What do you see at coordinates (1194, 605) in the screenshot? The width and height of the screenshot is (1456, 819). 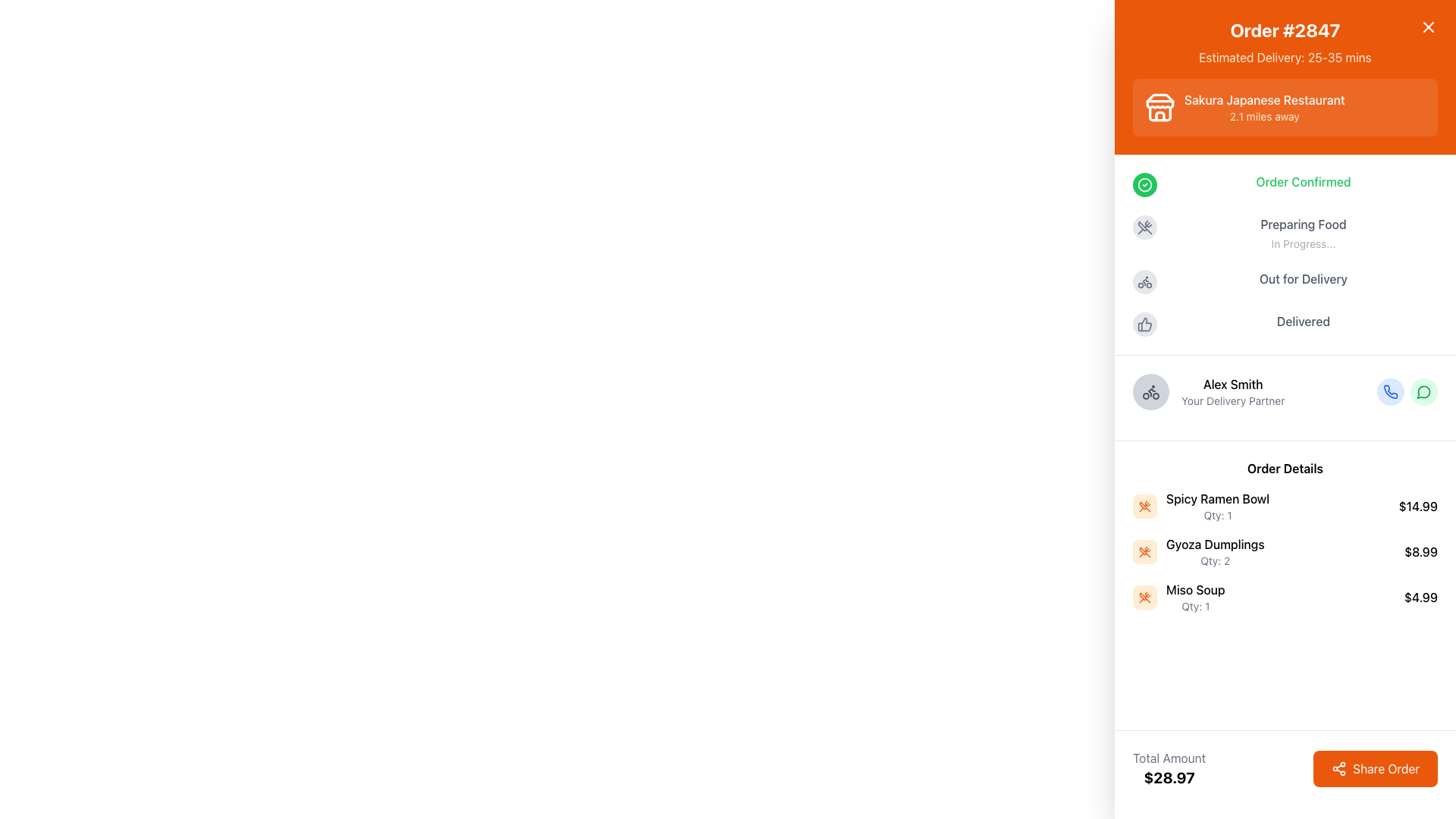 I see `the static text label that indicates the quantity of the 'Miso Soup' item in the 'Order Details' list, located at the bottom-right corner of the item's section` at bounding box center [1194, 605].